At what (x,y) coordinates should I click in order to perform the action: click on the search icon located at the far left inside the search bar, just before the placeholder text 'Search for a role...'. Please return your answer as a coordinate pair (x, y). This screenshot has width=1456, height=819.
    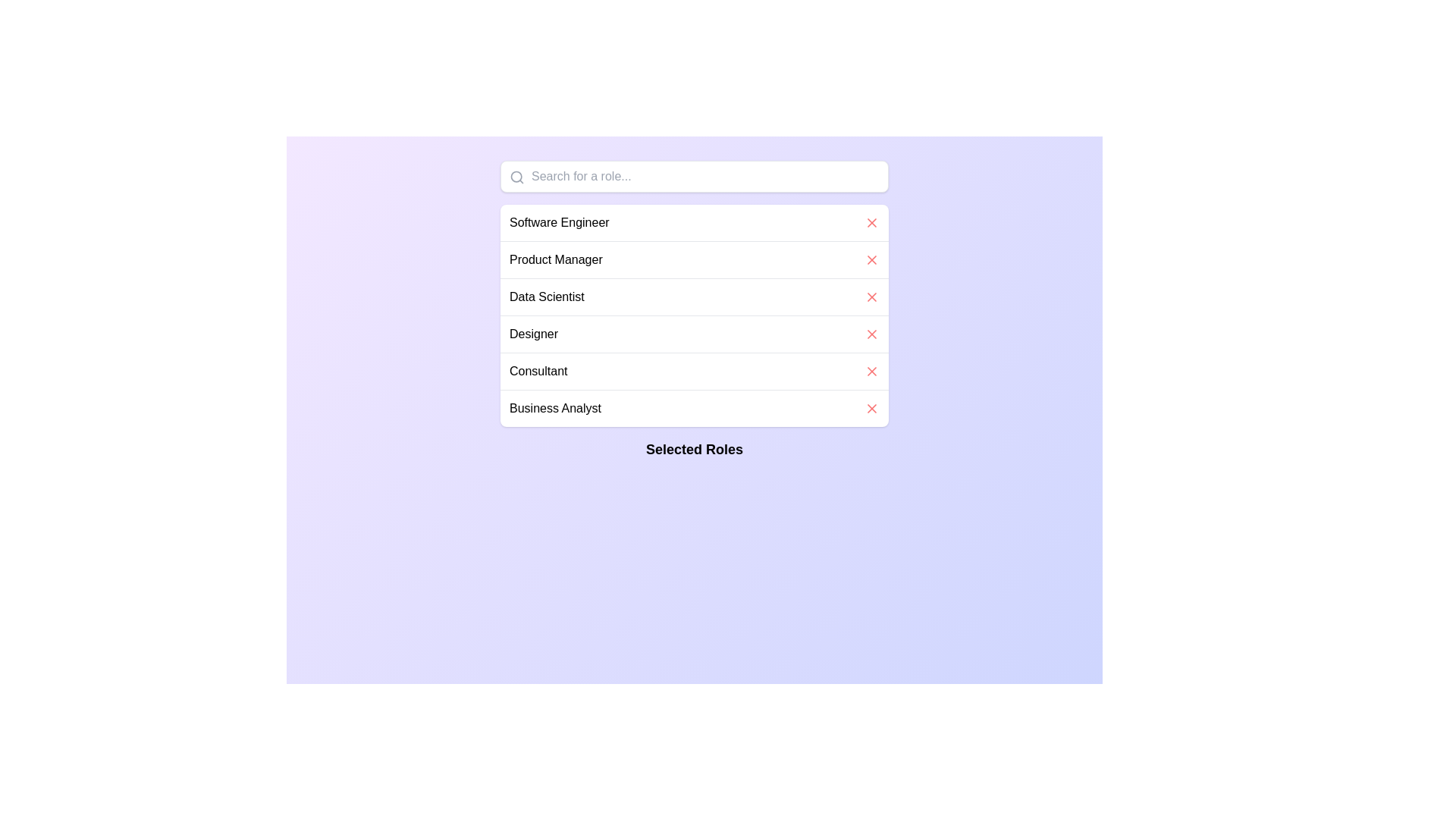
    Looking at the image, I should click on (516, 177).